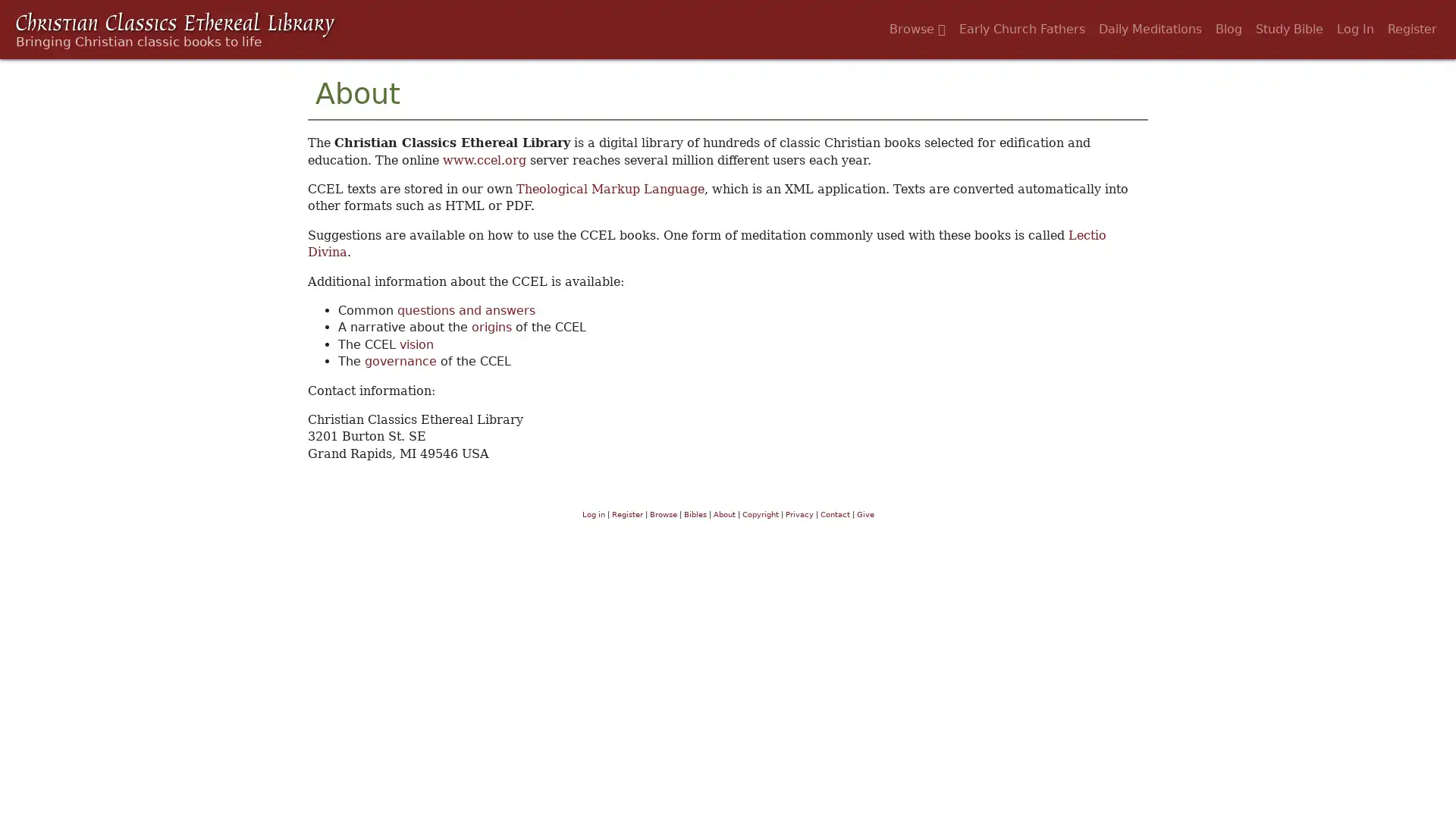 This screenshot has width=1456, height=819. I want to click on Blog, so click(1228, 29).